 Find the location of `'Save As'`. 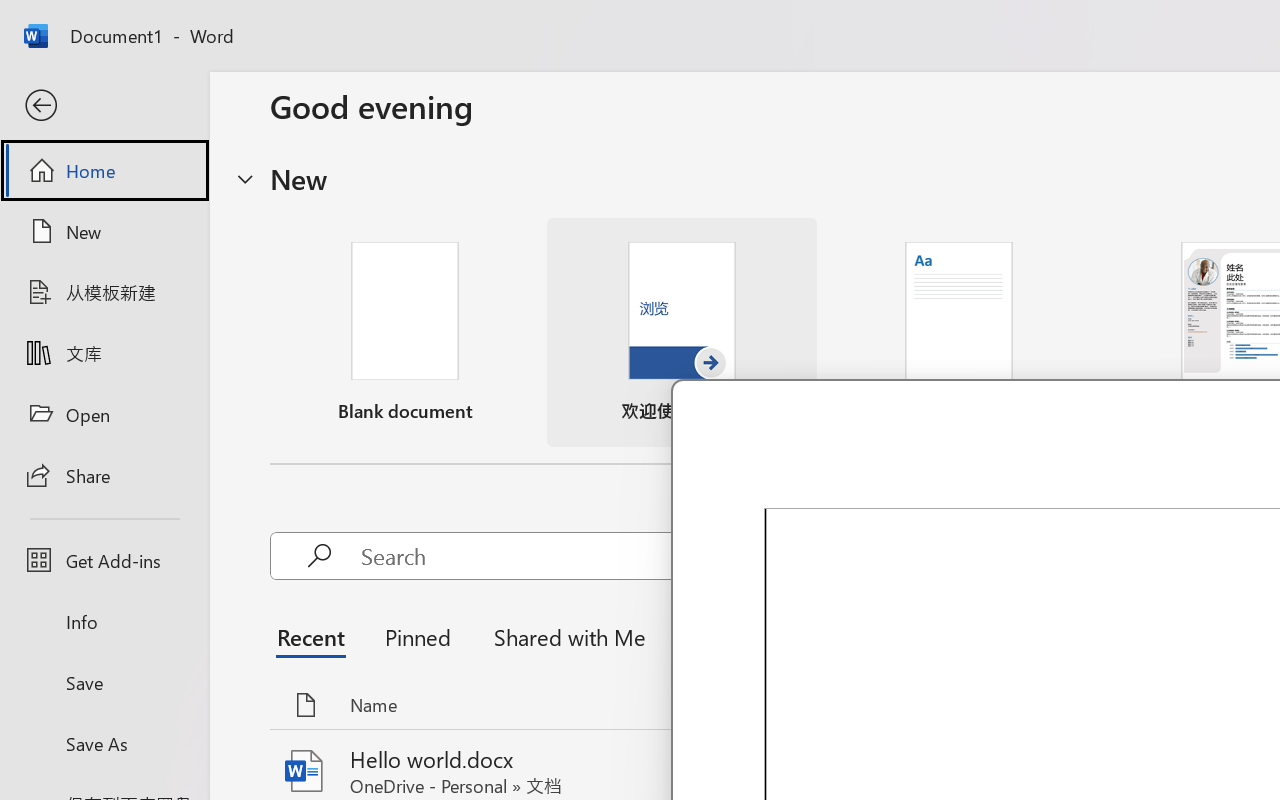

'Save As' is located at coordinates (103, 743).